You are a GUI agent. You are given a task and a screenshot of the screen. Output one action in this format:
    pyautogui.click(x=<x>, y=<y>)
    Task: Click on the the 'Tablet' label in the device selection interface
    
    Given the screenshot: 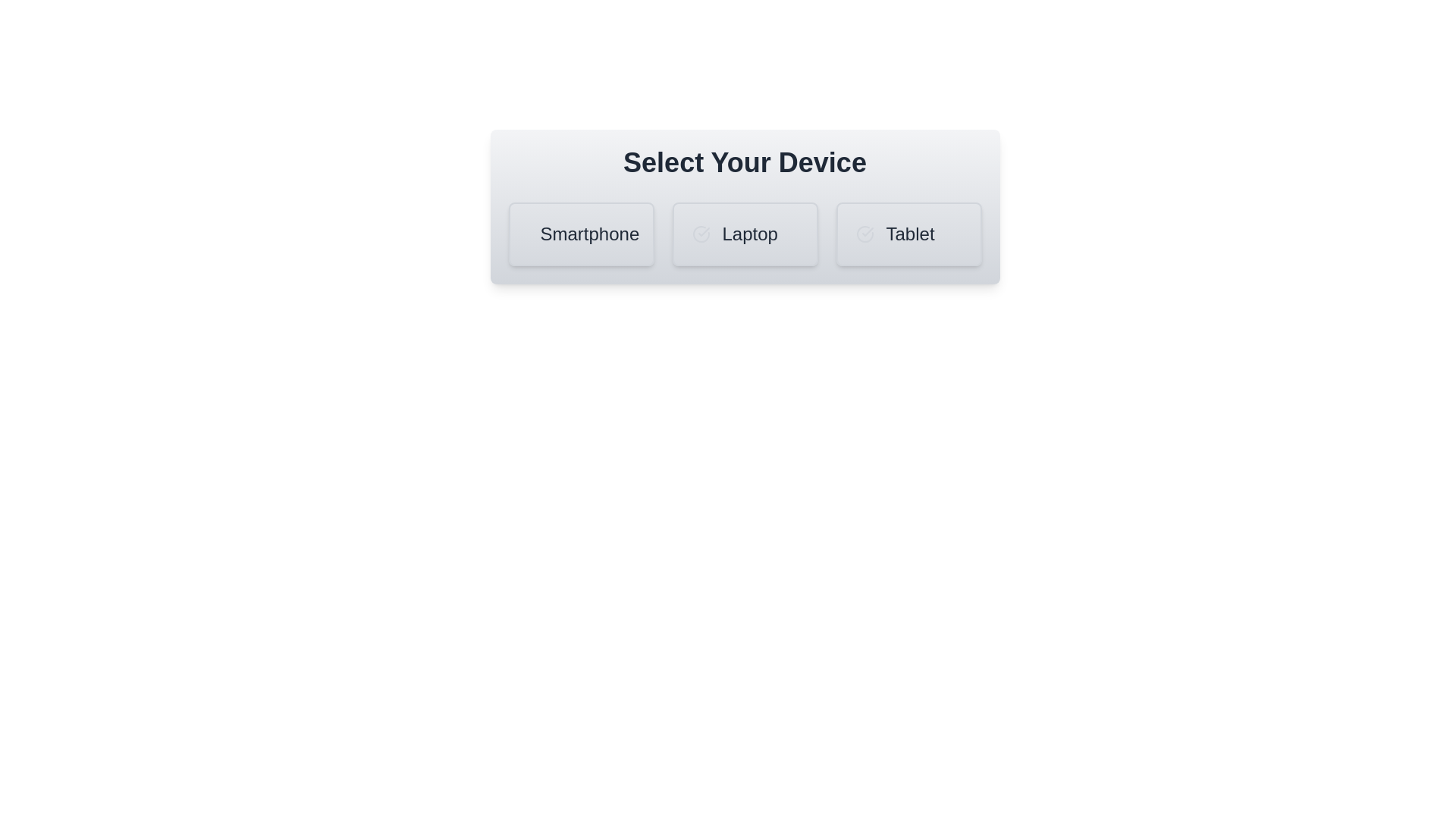 What is the action you would take?
    pyautogui.click(x=908, y=234)
    